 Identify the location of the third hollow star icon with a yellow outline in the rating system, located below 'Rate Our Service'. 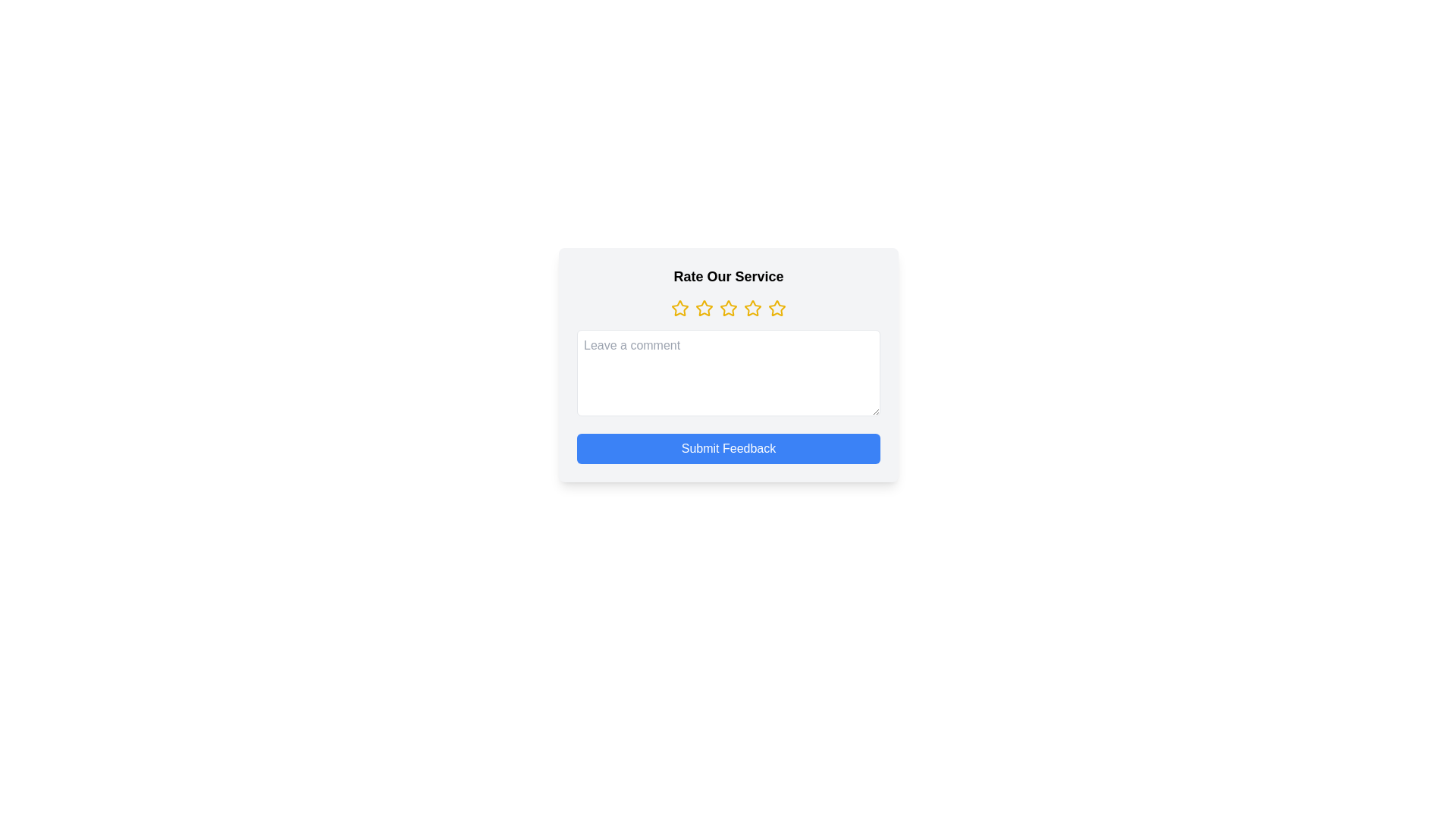
(753, 307).